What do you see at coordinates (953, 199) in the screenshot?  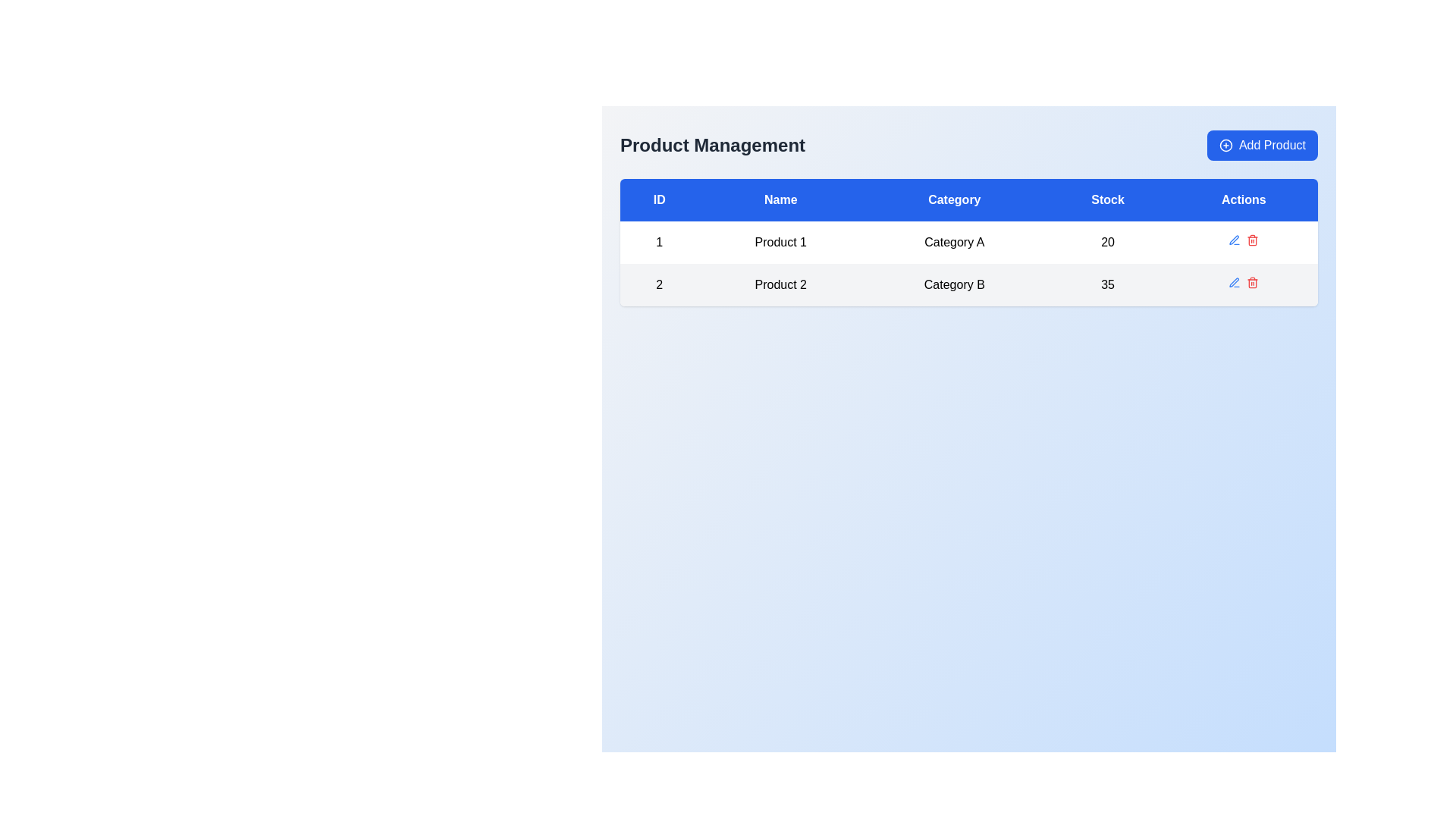 I see `the 'Category' table header label` at bounding box center [953, 199].